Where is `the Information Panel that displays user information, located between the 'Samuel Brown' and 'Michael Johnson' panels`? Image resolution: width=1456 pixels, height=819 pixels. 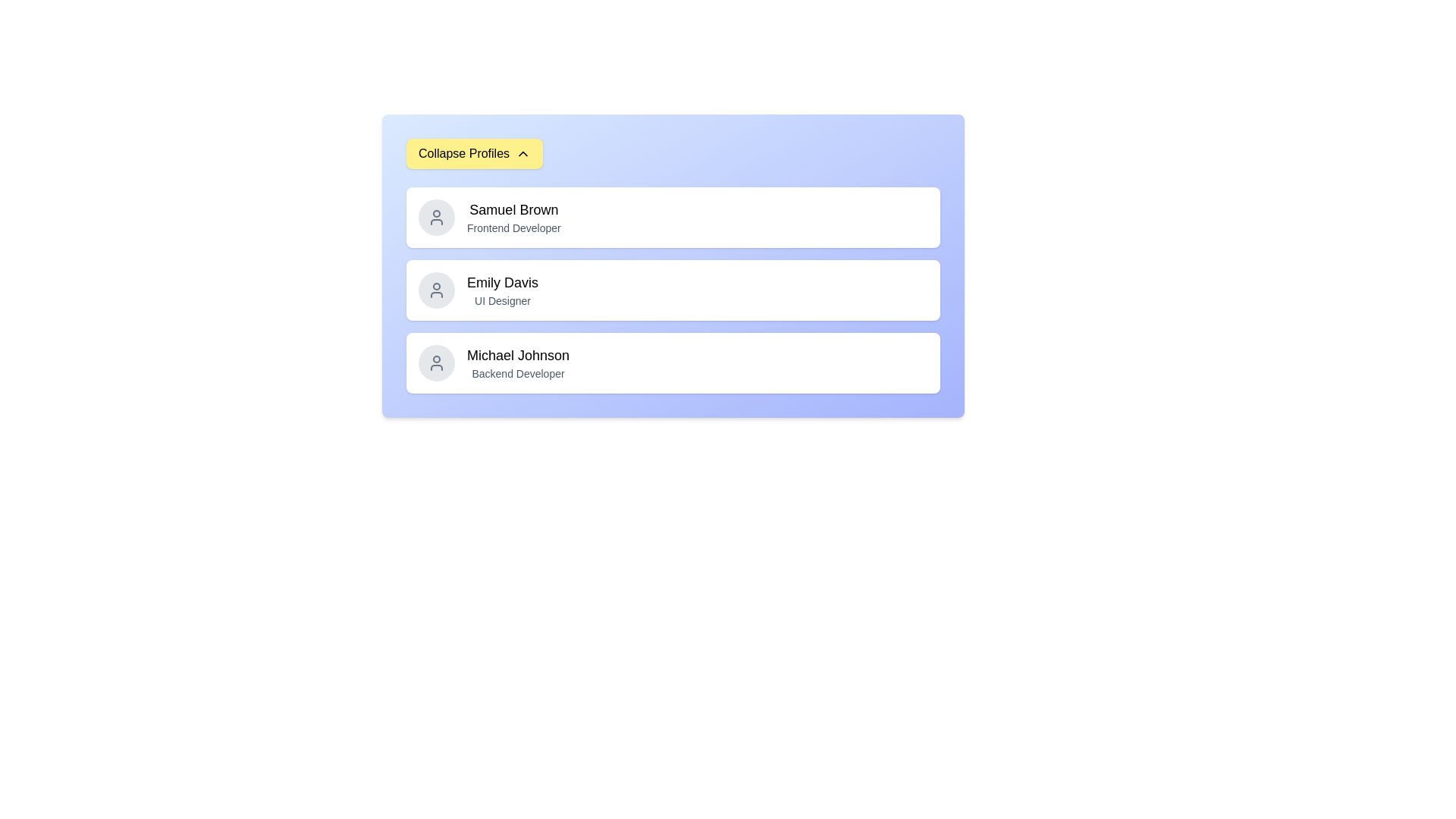 the Information Panel that displays user information, located between the 'Samuel Brown' and 'Michael Johnson' panels is located at coordinates (673, 265).